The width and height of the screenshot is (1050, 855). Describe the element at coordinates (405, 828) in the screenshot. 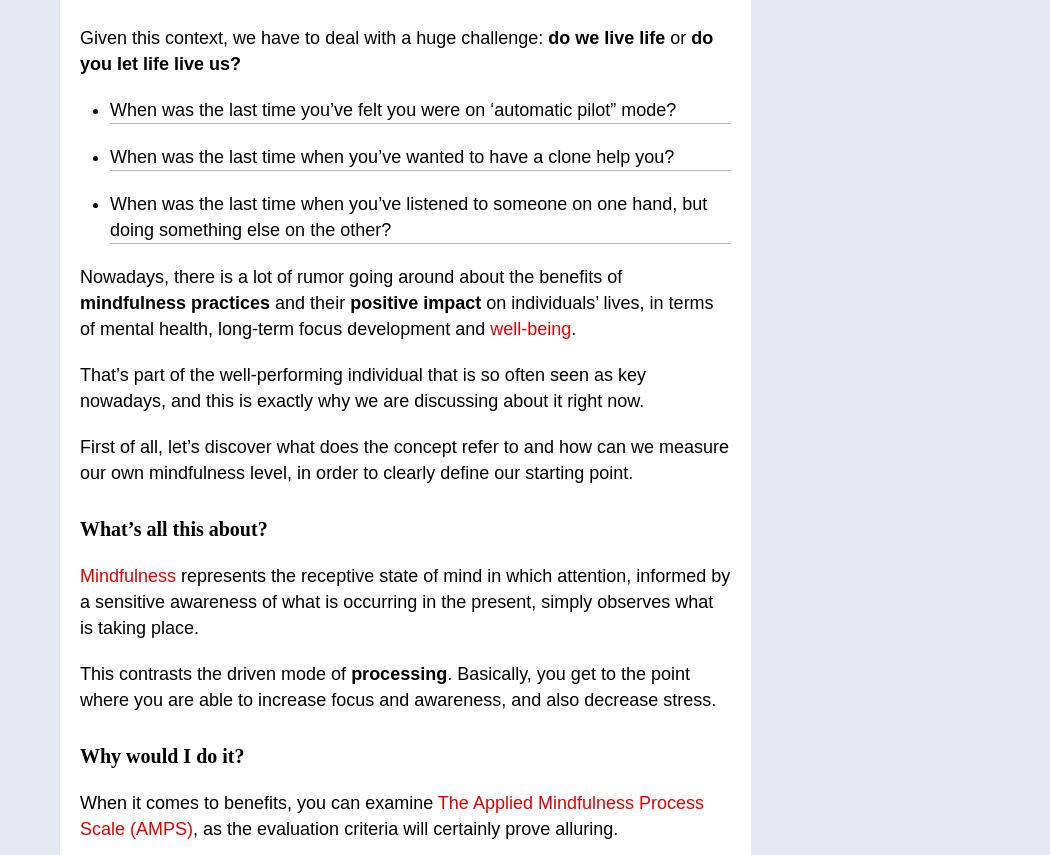

I see `', as the evaluation criteria will certainly prove alluring.'` at that location.